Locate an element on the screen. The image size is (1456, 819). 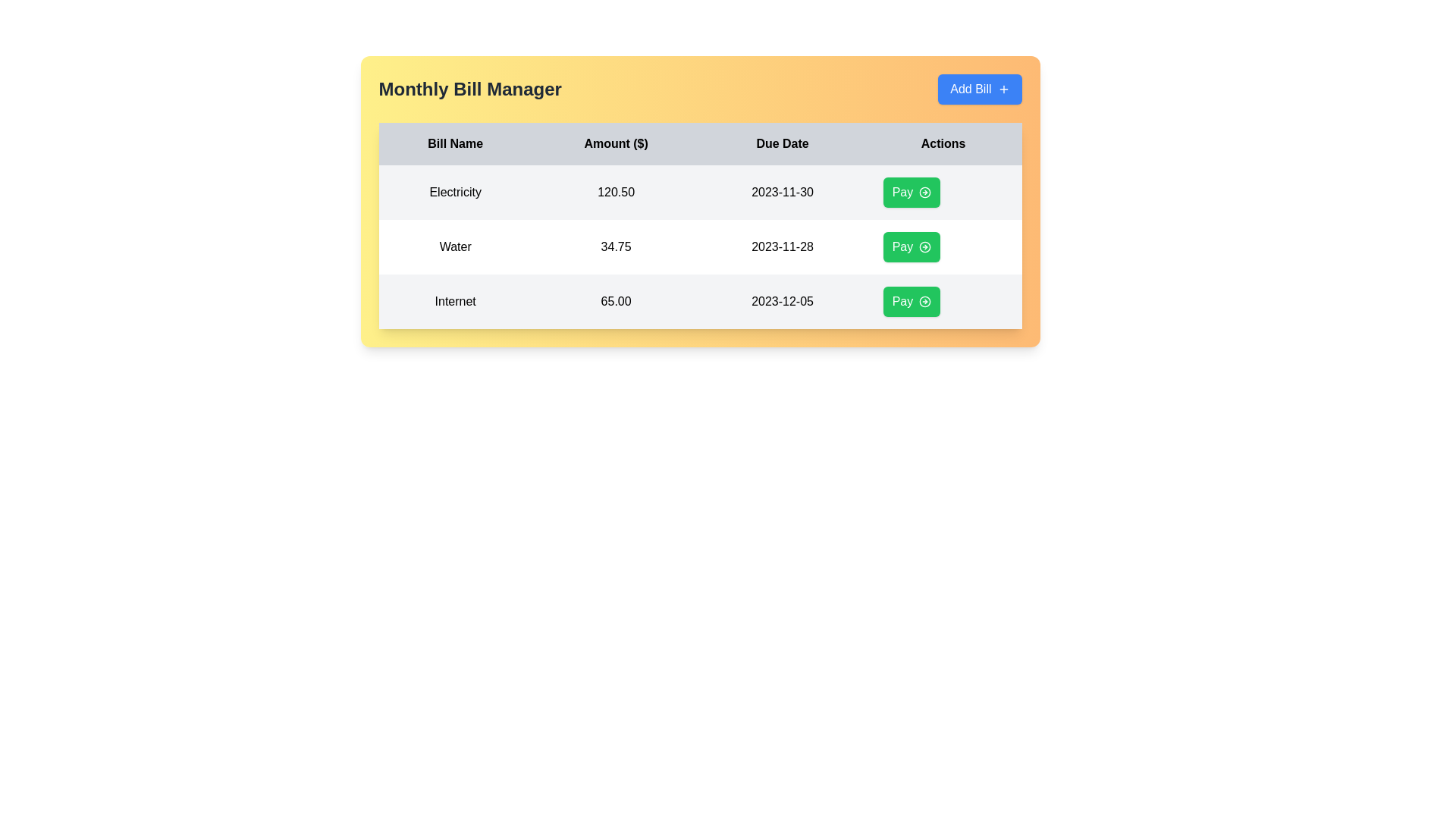
the prominent green 'Pay' button located in the 'Actions' column of the last row in the monthly bills table, which is aligned to the right of the Internet bill is located at coordinates (911, 301).